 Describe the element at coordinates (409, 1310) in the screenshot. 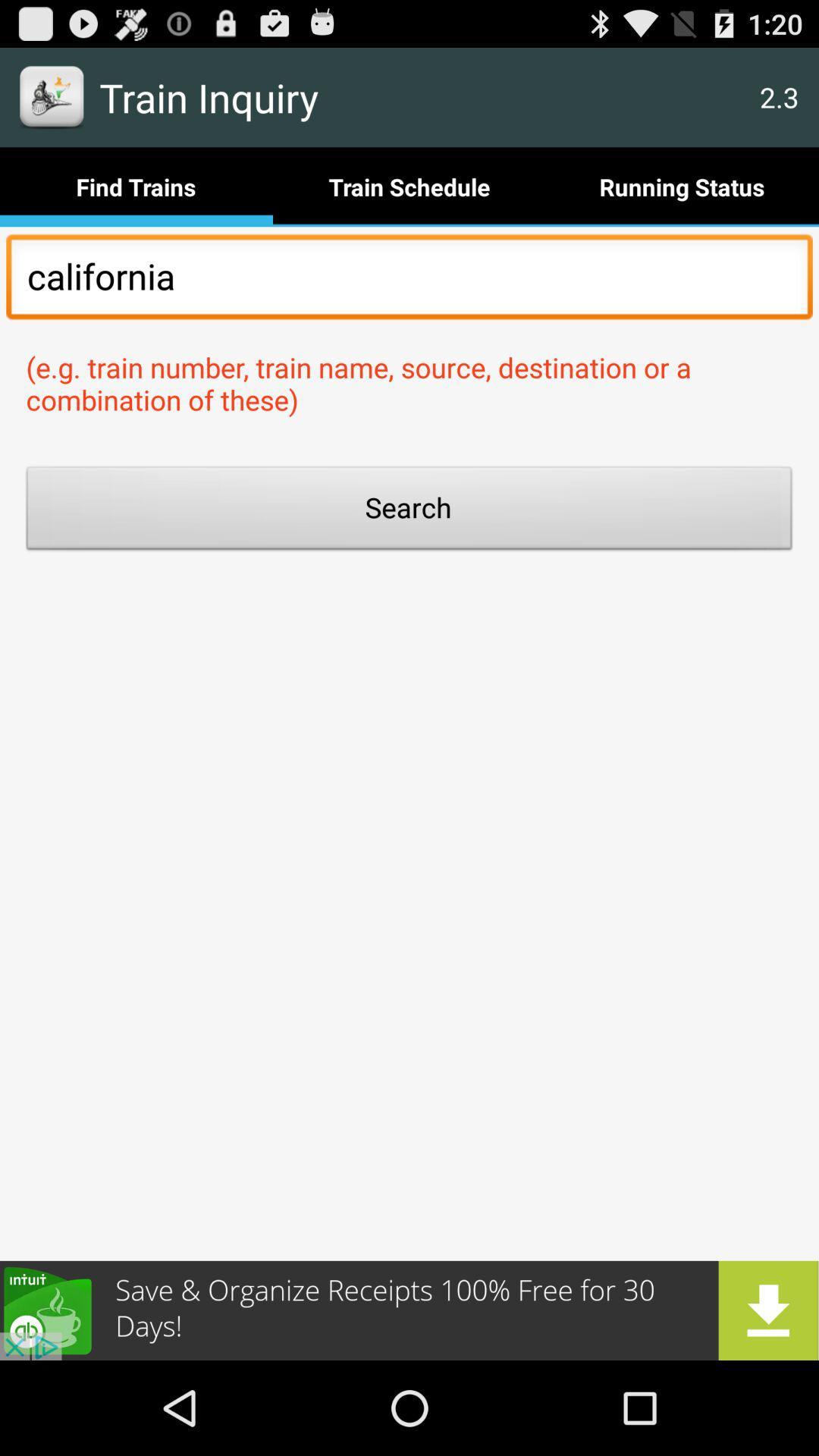

I see `advertisement` at that location.